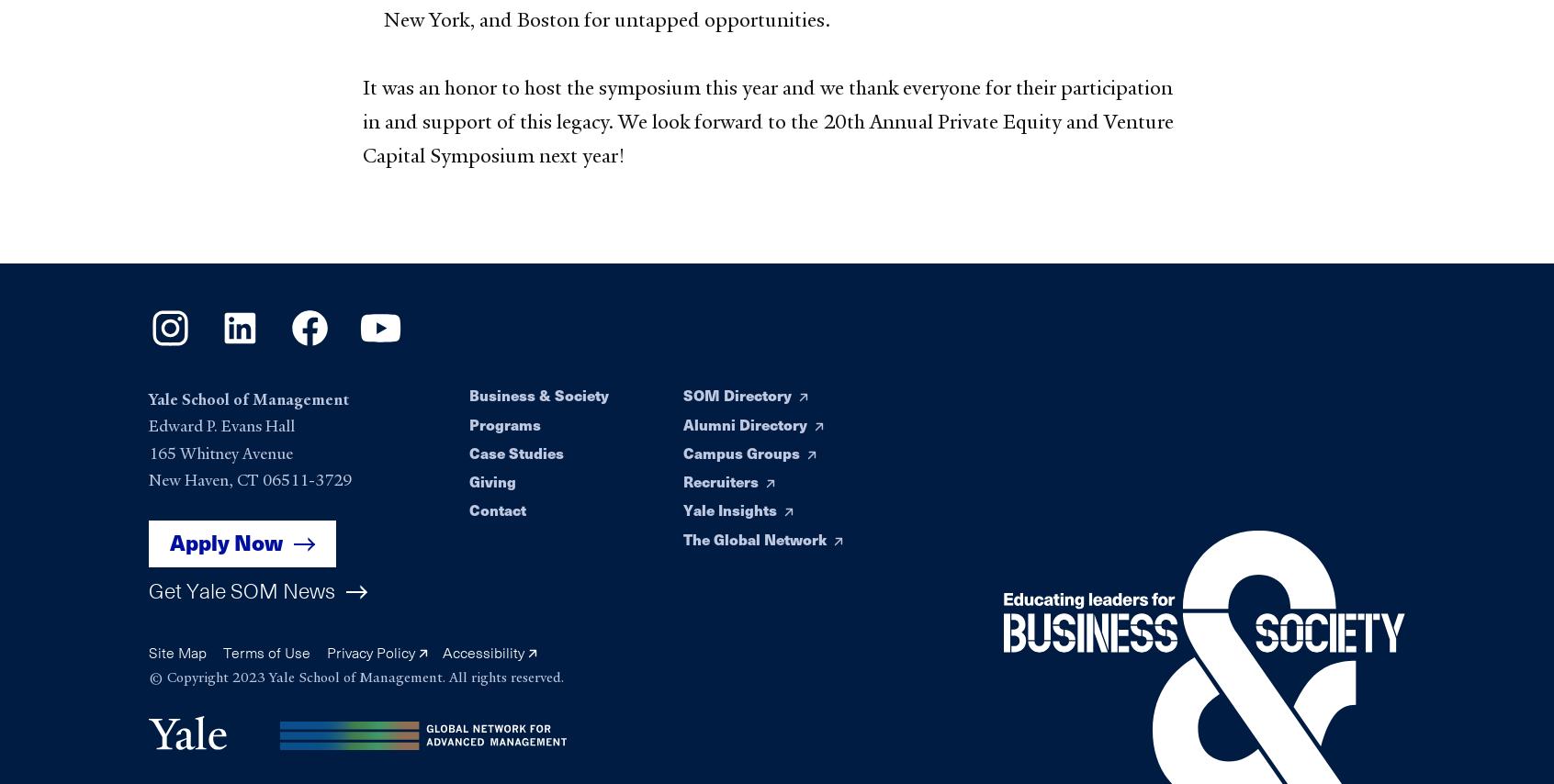 The height and width of the screenshot is (784, 1554). I want to click on 'Privacy Policy', so click(371, 652).